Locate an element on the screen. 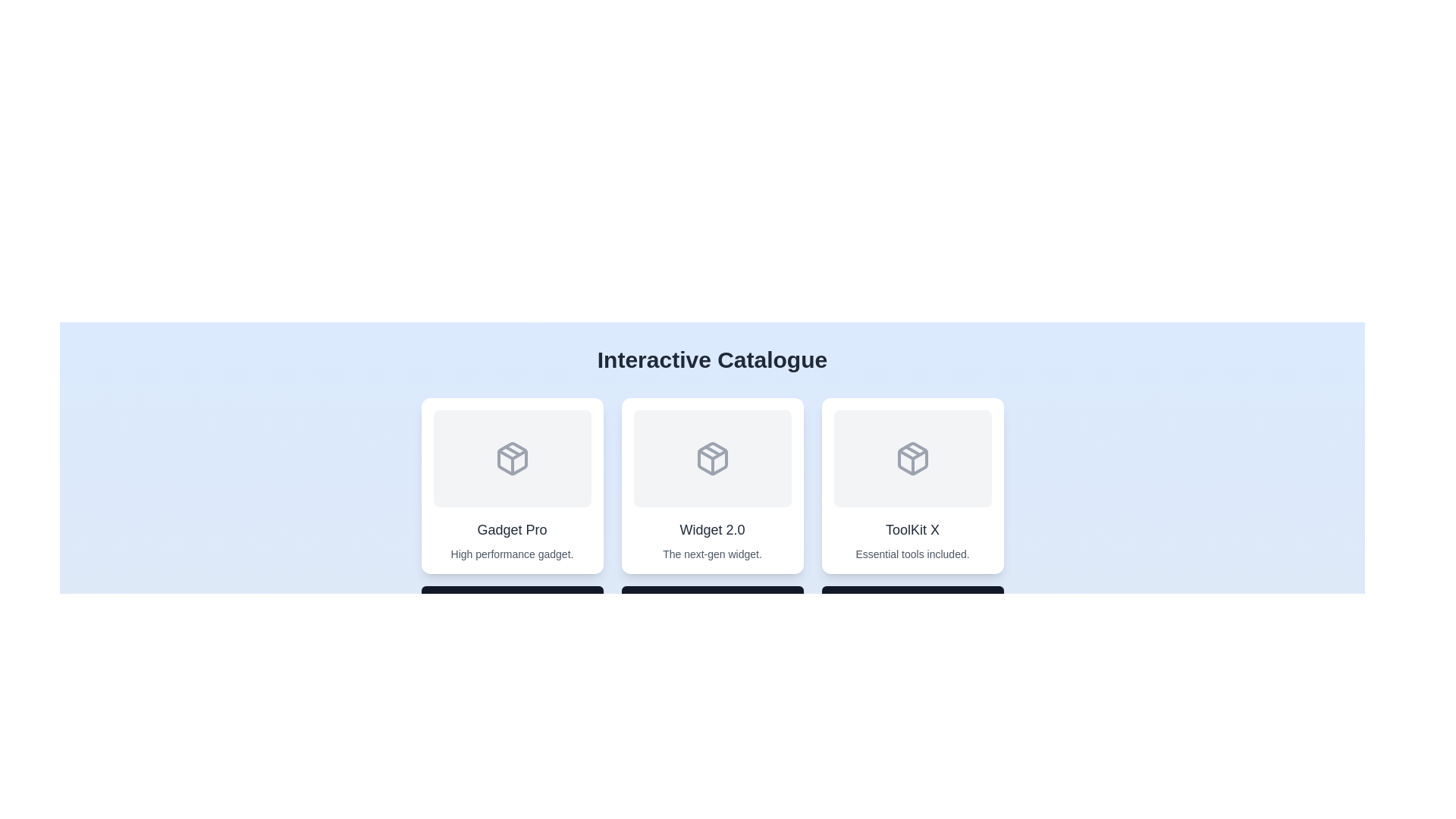 This screenshot has width=1456, height=819. text label that displays the name of the card item 'ToolKit X', which is located in the bottom section of the card display, beneath an icon and above a smaller descriptive text element is located at coordinates (912, 529).